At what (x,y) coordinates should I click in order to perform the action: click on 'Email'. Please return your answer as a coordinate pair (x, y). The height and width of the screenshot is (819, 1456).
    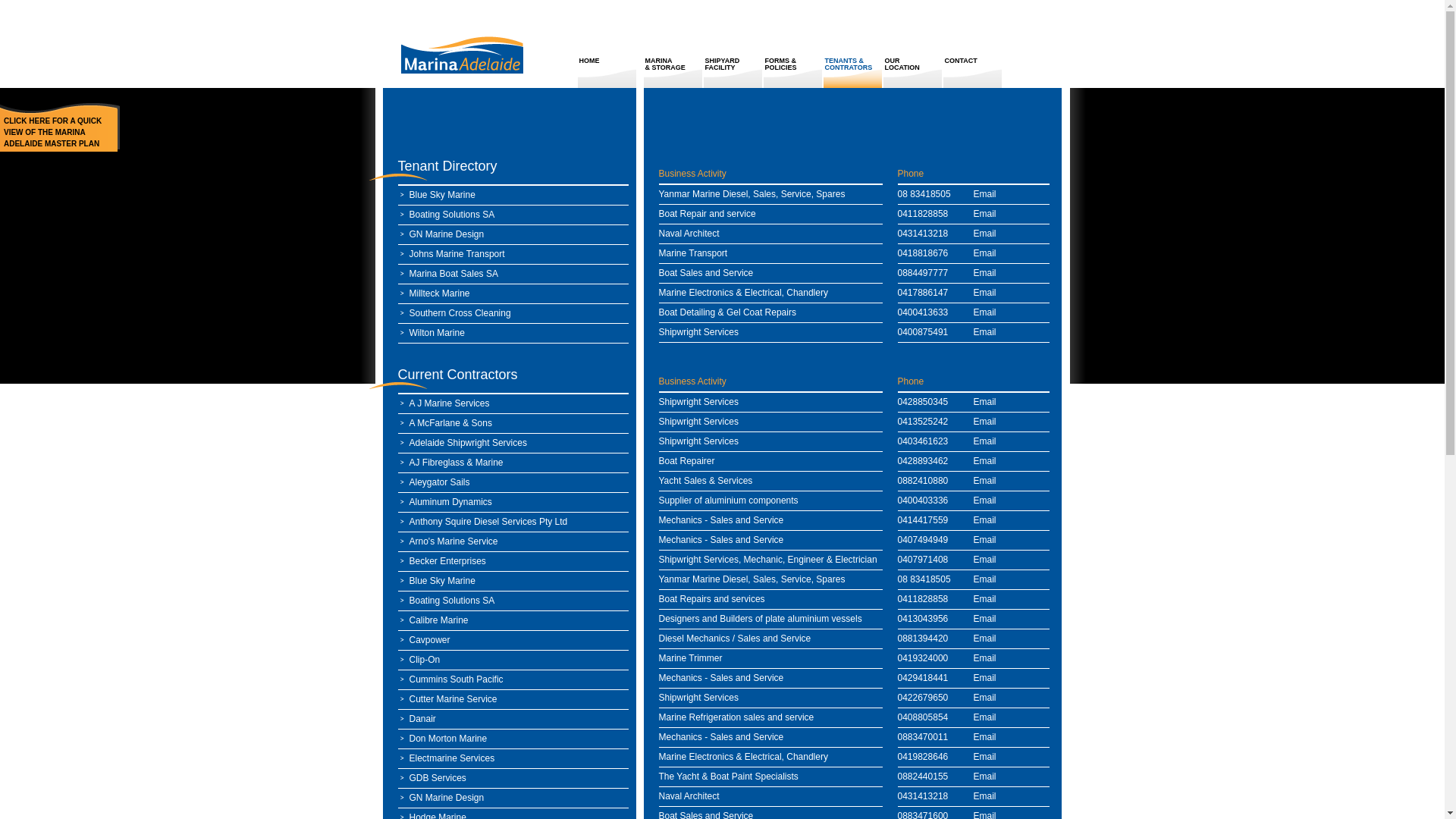
    Looking at the image, I should click on (973, 331).